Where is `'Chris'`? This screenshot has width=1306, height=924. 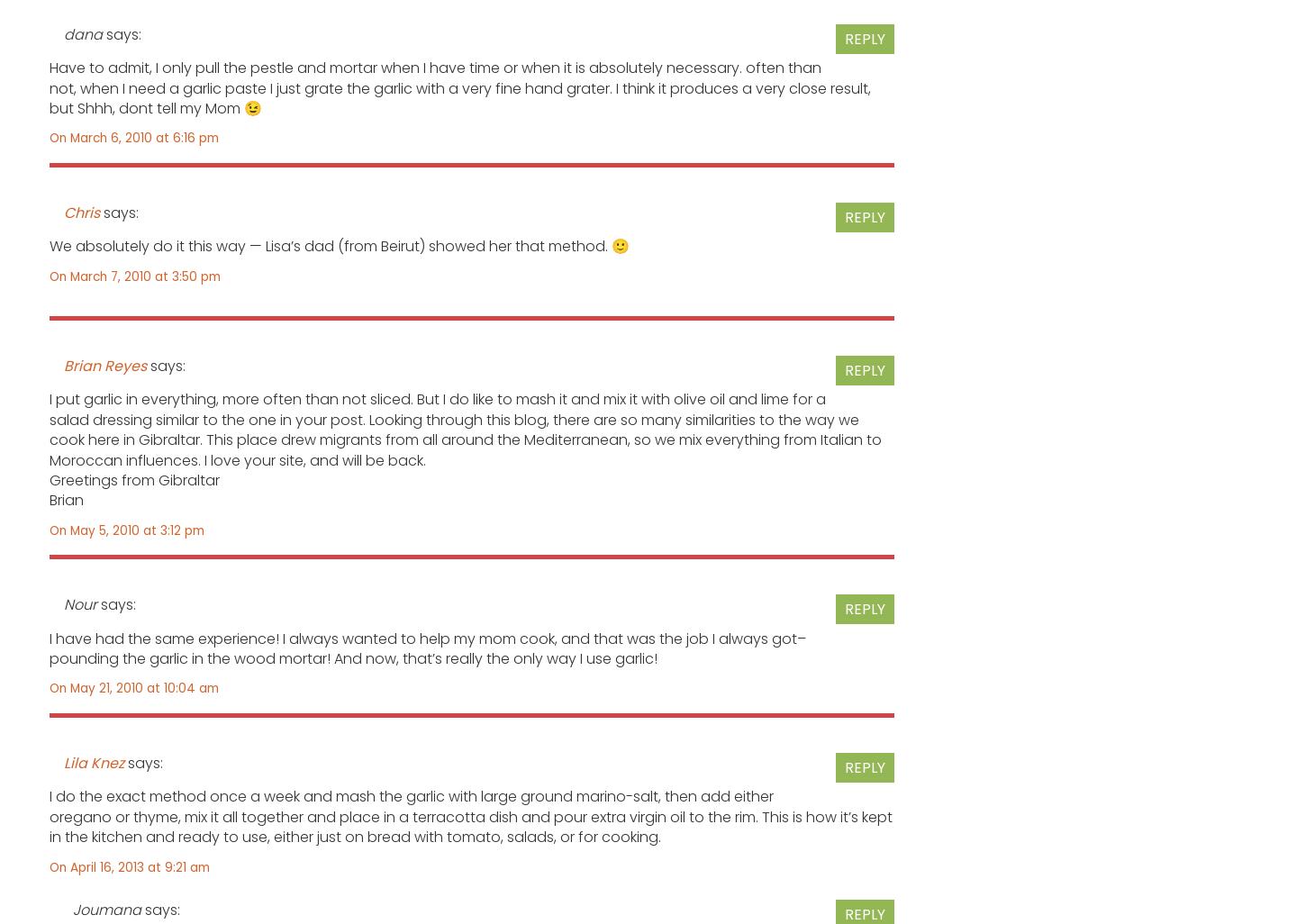 'Chris' is located at coordinates (64, 212).